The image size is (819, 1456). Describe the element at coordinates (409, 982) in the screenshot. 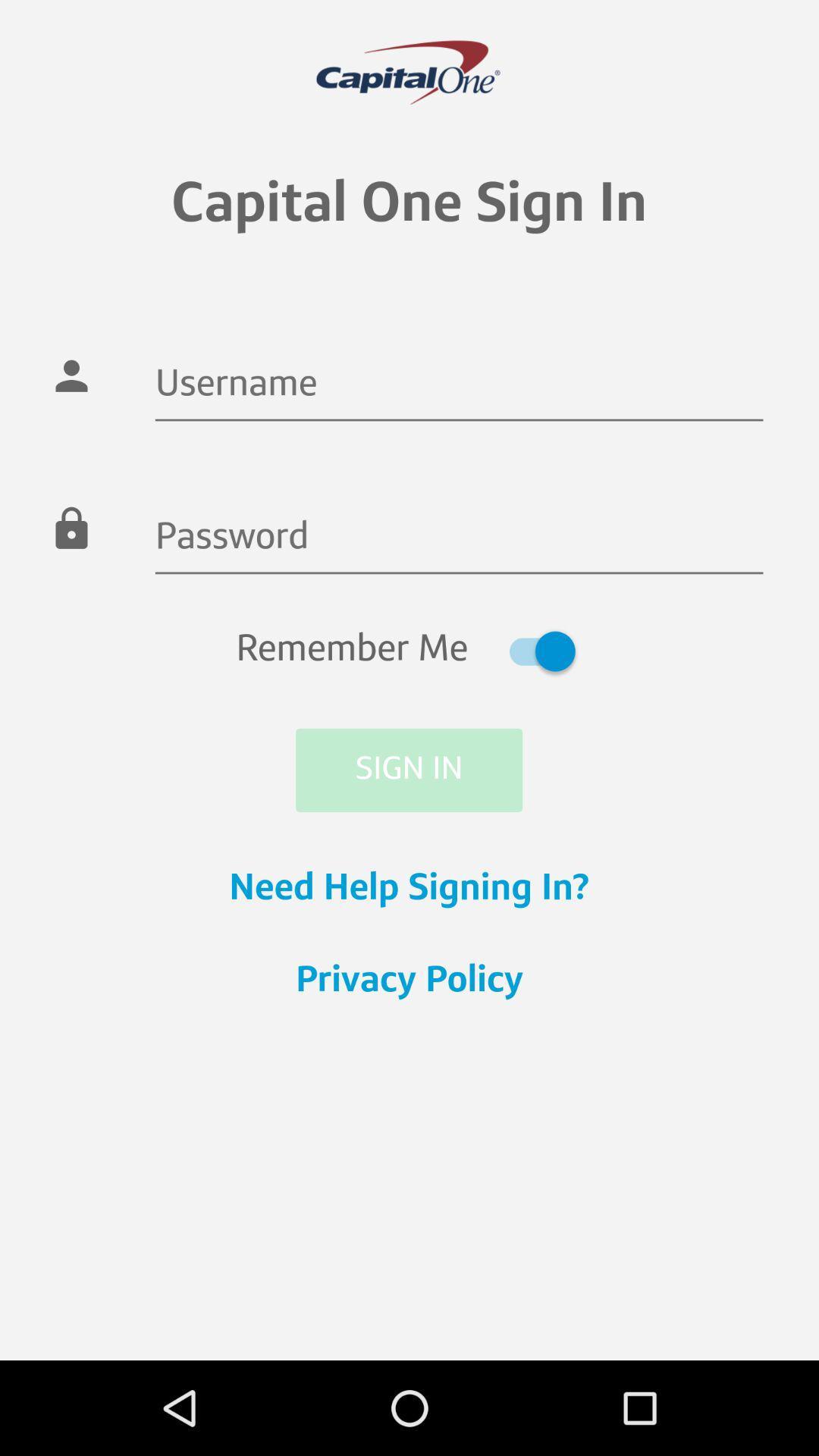

I see `item below the need help signing` at that location.